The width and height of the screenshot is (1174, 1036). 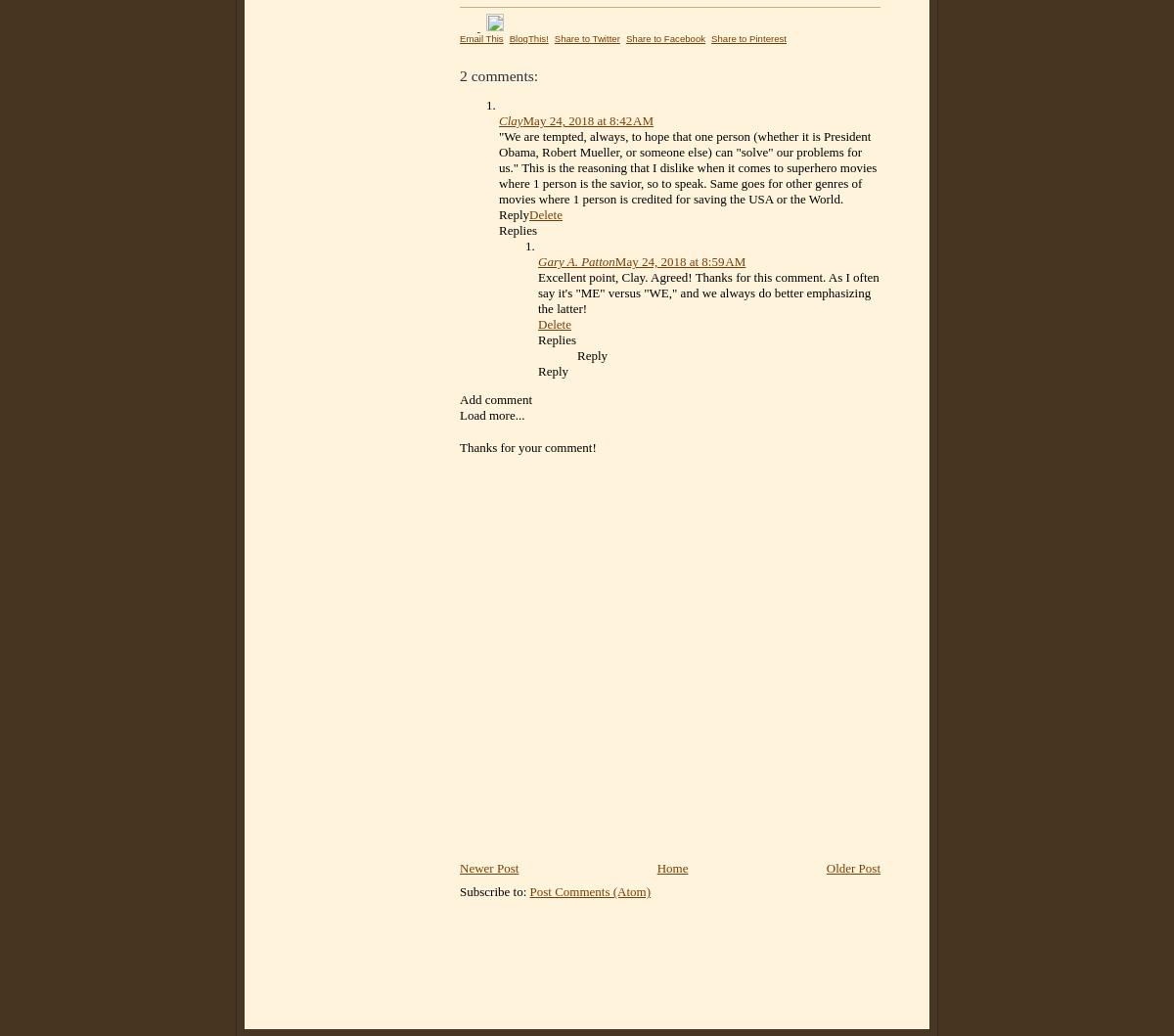 What do you see at coordinates (665, 38) in the screenshot?
I see `'Share to Facebook'` at bounding box center [665, 38].